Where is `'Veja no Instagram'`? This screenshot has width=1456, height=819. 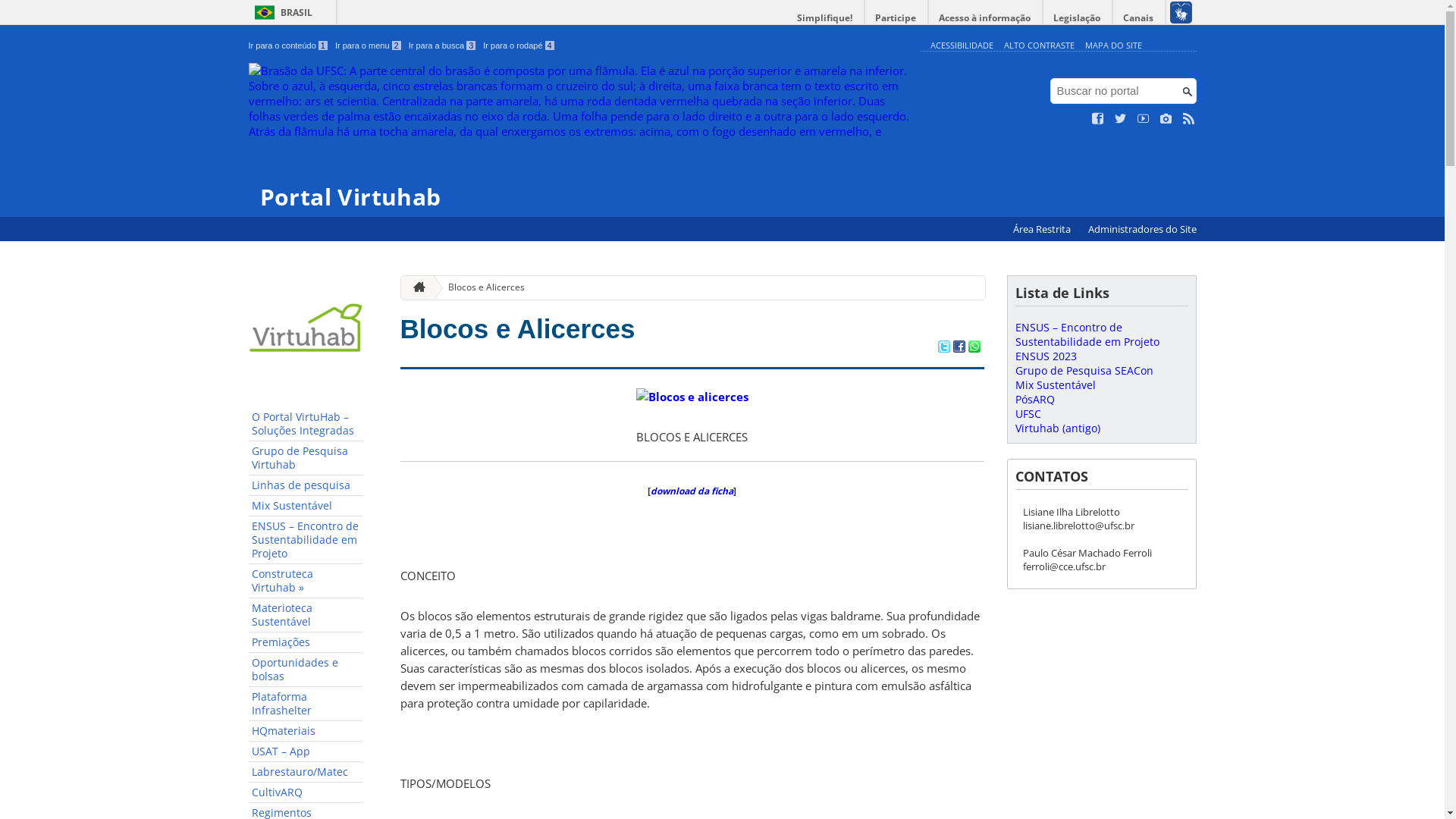 'Veja no Instagram' is located at coordinates (1165, 118).